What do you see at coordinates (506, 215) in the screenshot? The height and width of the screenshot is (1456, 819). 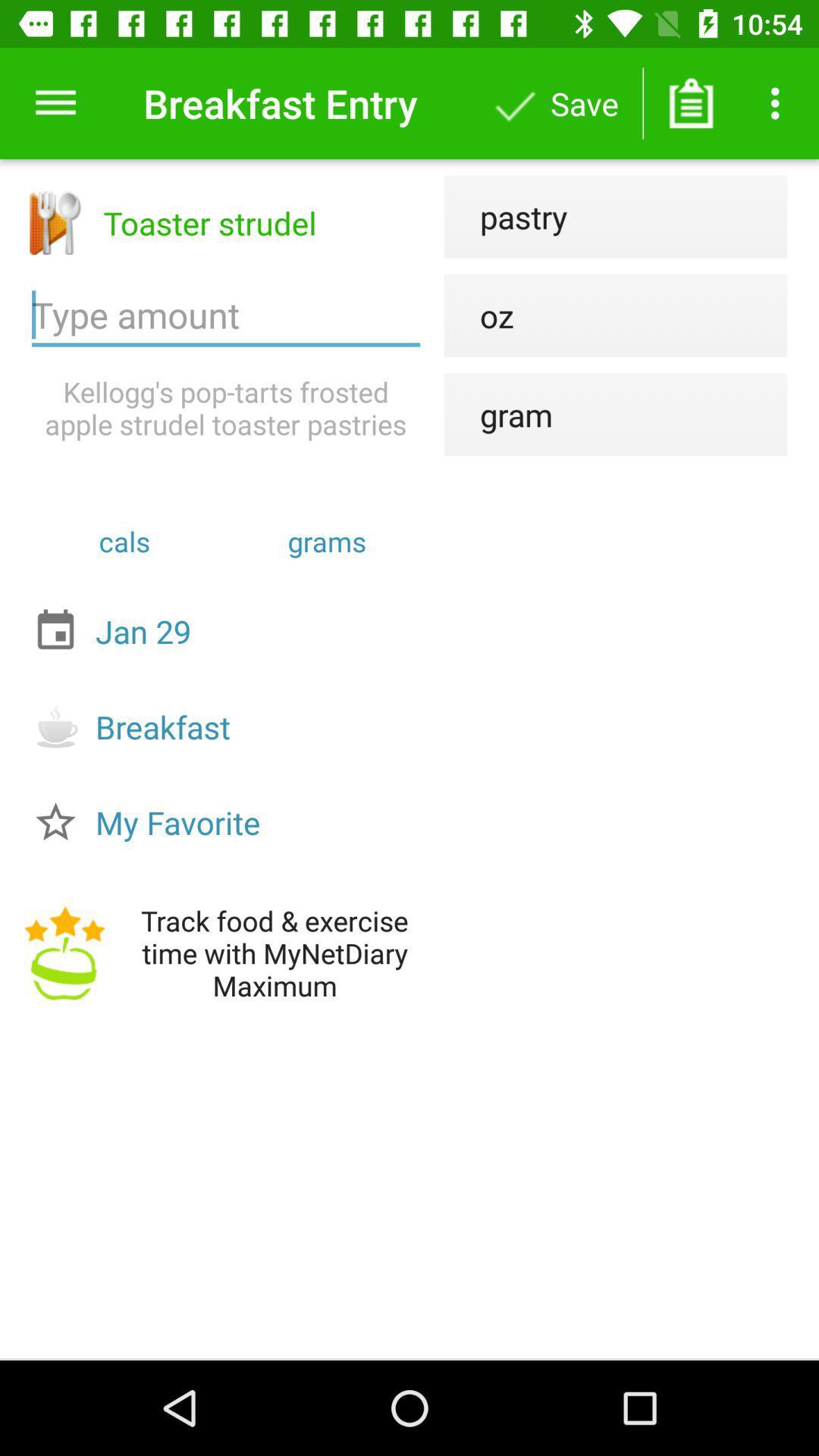 I see `item next to the toaster strudel` at bounding box center [506, 215].